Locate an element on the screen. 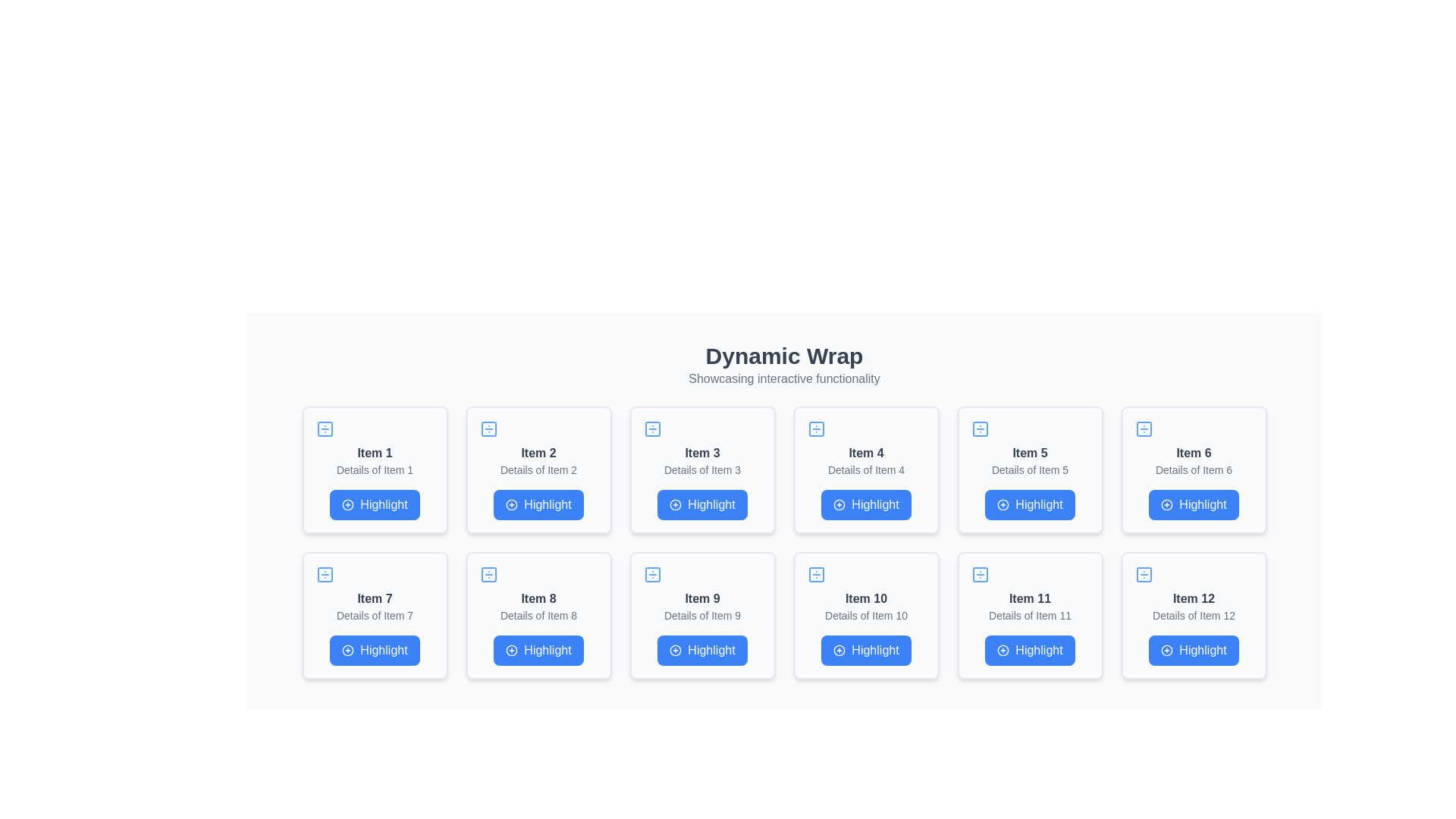  the interactive card located in the fourth row and third column of the grid layout, which contains a button labeled 'Highlight' is located at coordinates (1193, 616).